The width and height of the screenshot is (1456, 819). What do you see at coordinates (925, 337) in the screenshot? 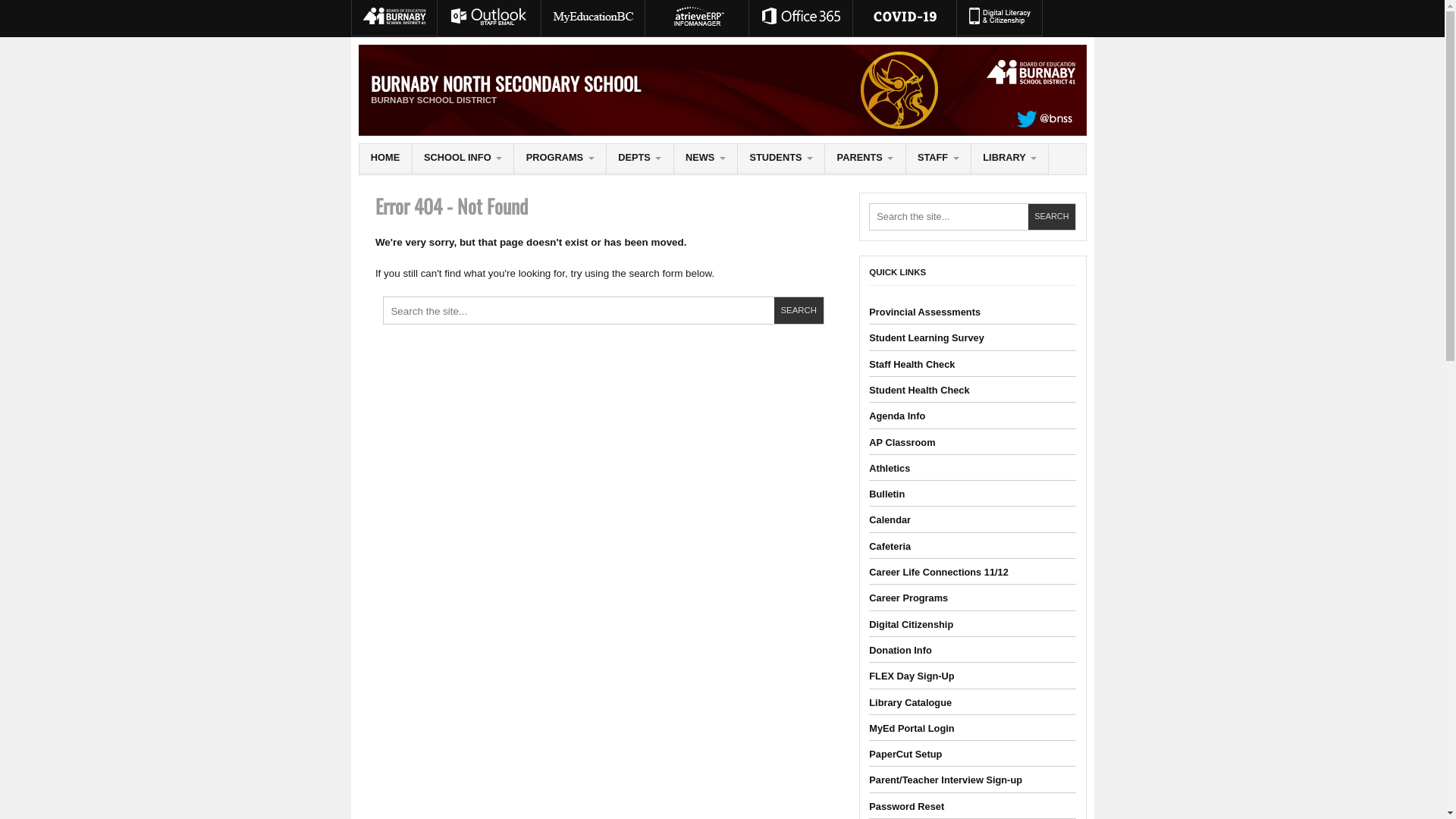
I see `'Student Learning Survey'` at bounding box center [925, 337].